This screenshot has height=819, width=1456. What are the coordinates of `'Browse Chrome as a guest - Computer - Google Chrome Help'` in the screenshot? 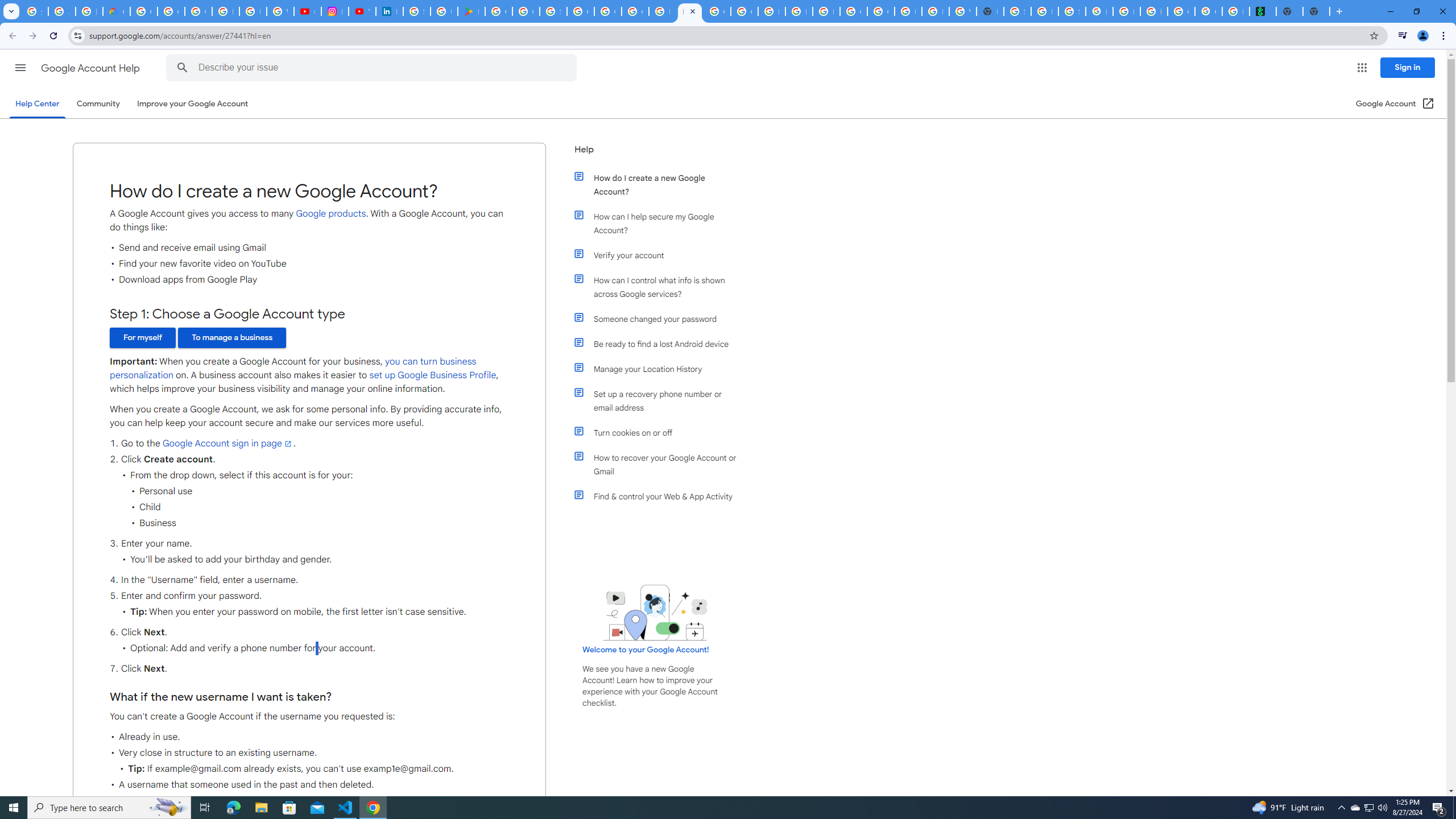 It's located at (771, 11).